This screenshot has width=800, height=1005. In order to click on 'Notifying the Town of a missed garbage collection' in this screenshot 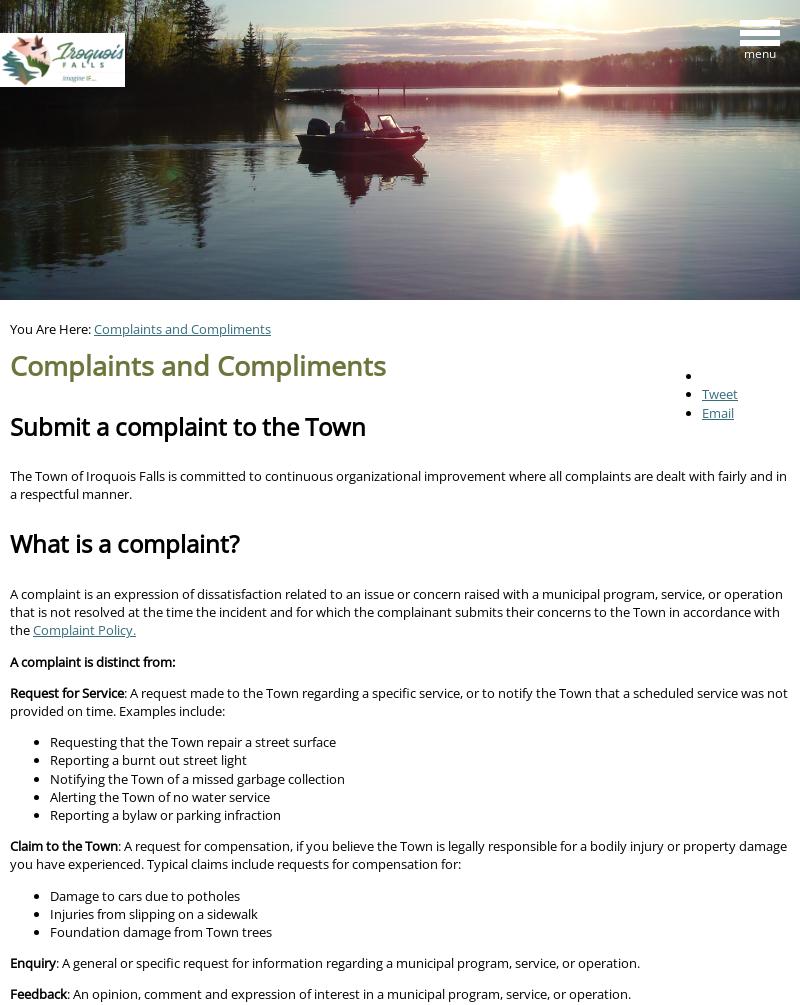, I will do `click(196, 777)`.